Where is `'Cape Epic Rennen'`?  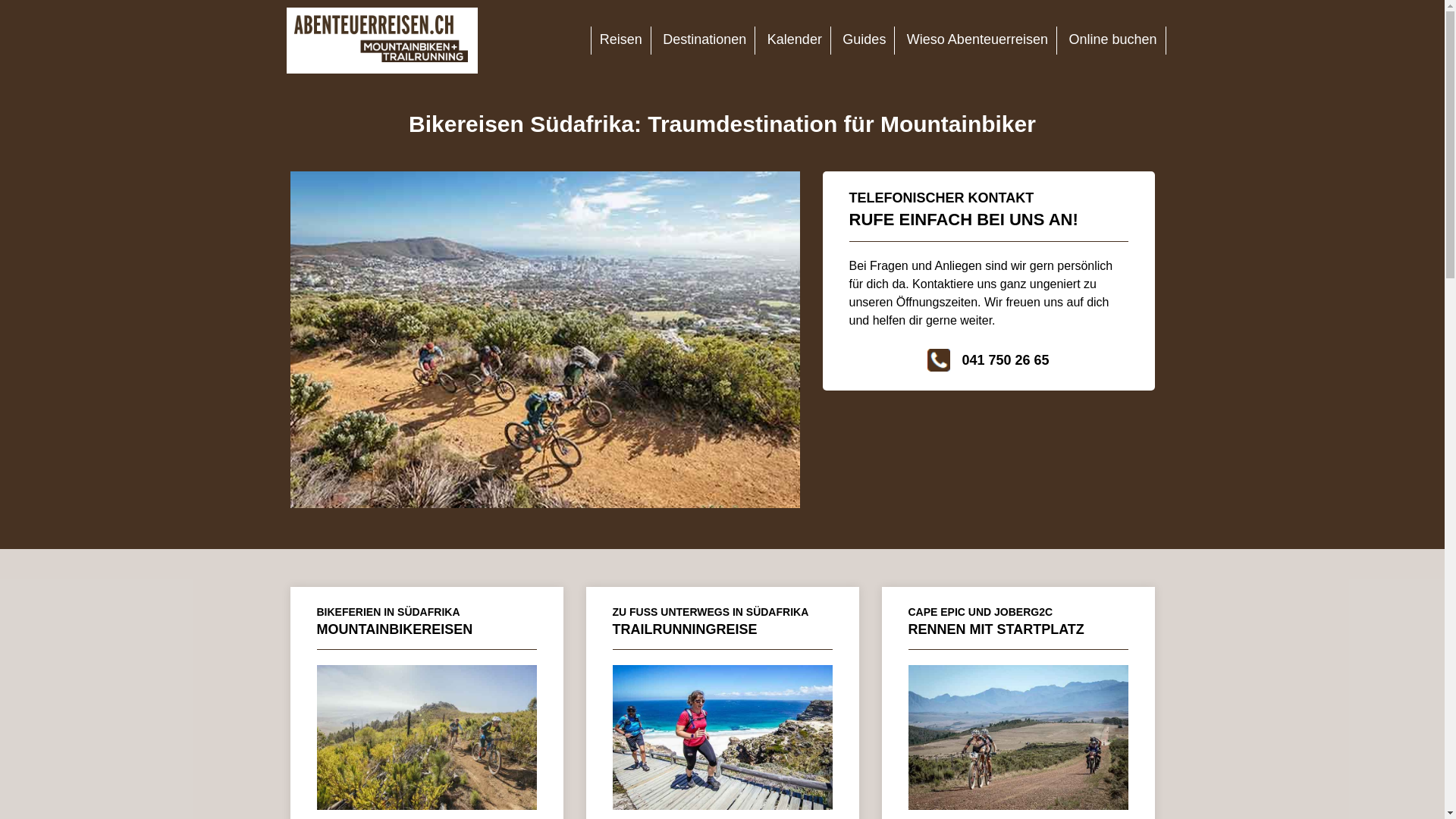
'Cape Epic Rennen' is located at coordinates (1018, 736).